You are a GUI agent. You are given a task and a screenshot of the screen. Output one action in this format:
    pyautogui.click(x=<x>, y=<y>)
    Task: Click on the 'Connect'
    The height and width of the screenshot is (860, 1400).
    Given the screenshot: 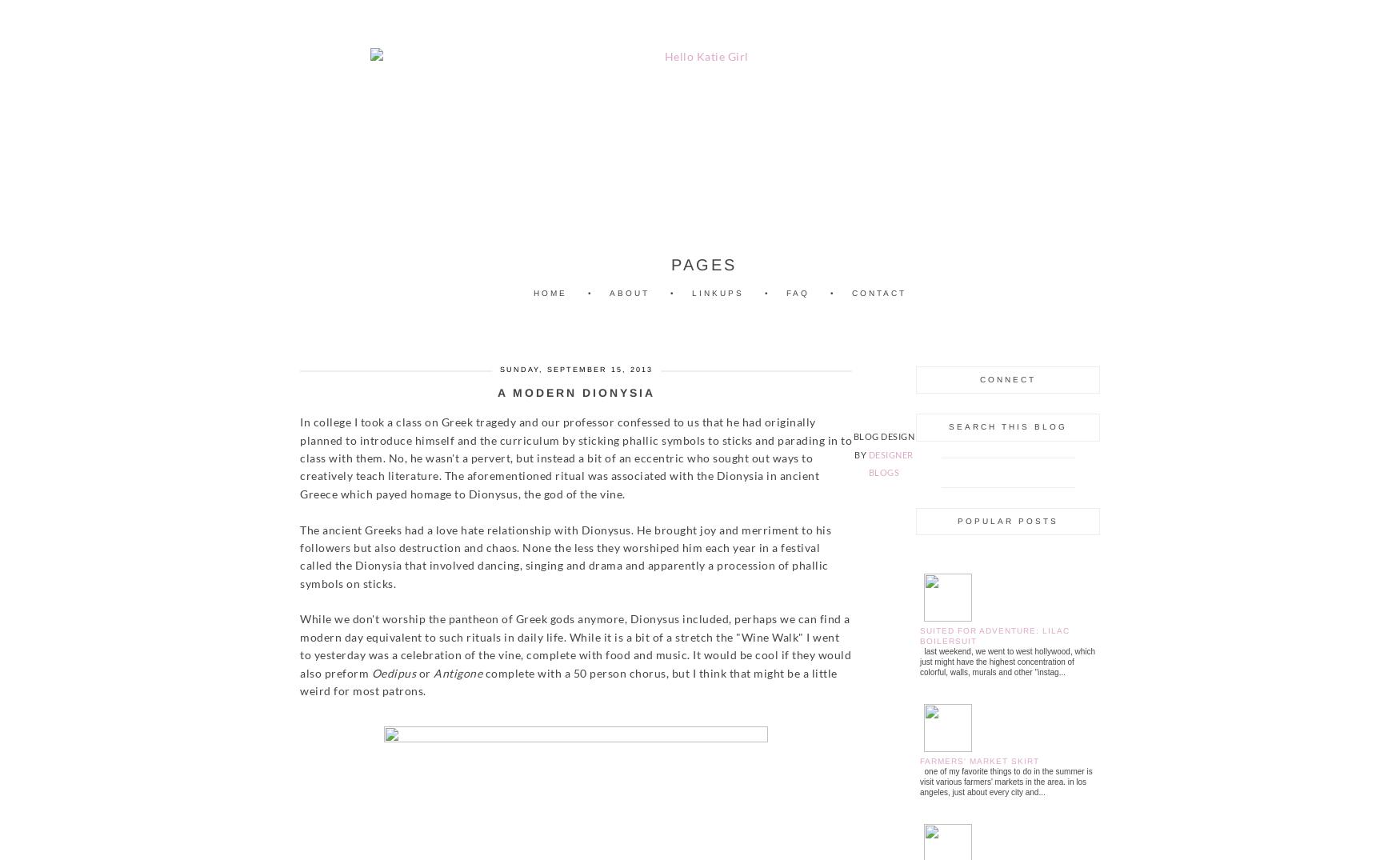 What is the action you would take?
    pyautogui.click(x=1007, y=378)
    